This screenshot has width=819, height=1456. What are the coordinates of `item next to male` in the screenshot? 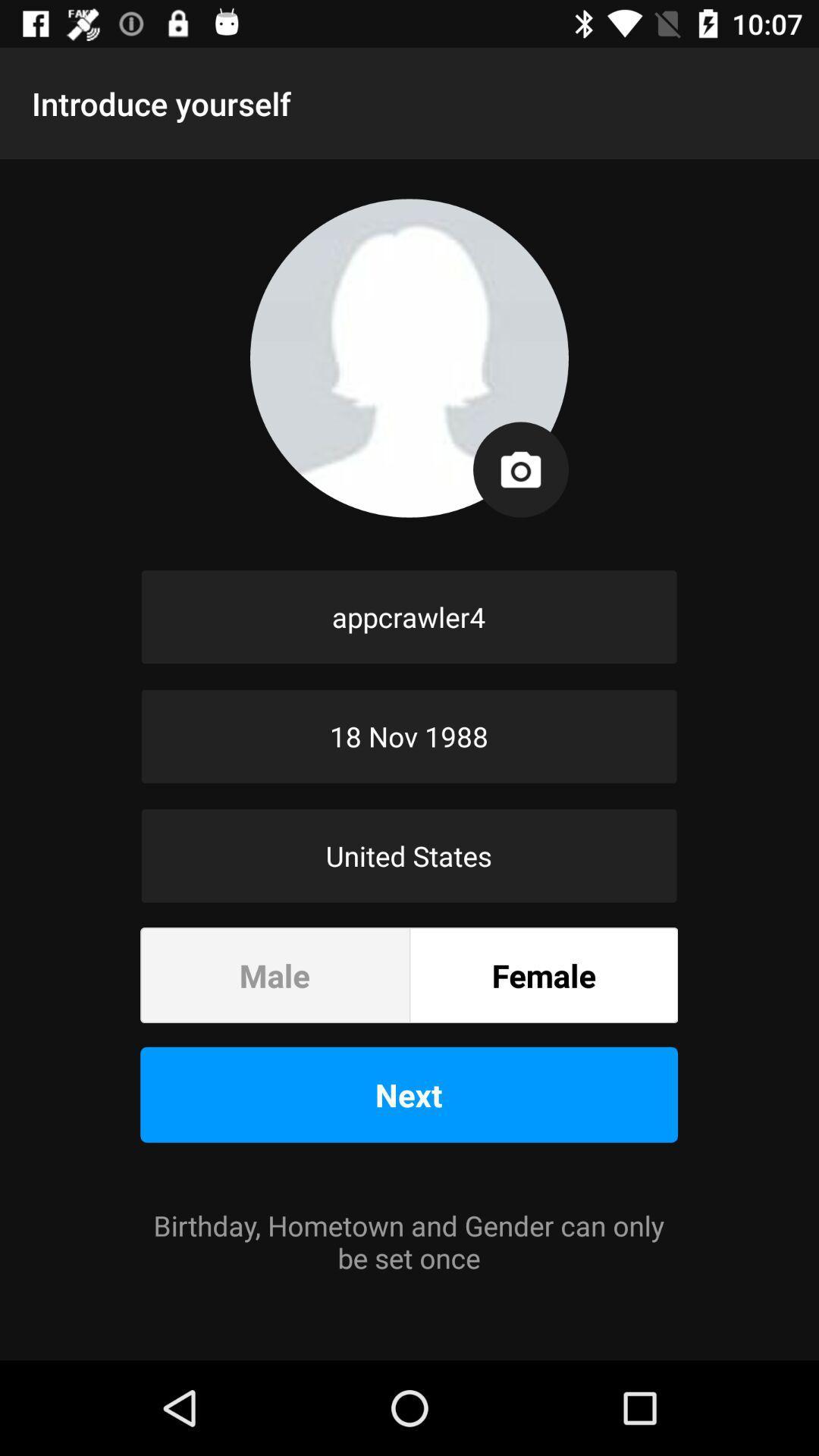 It's located at (543, 975).